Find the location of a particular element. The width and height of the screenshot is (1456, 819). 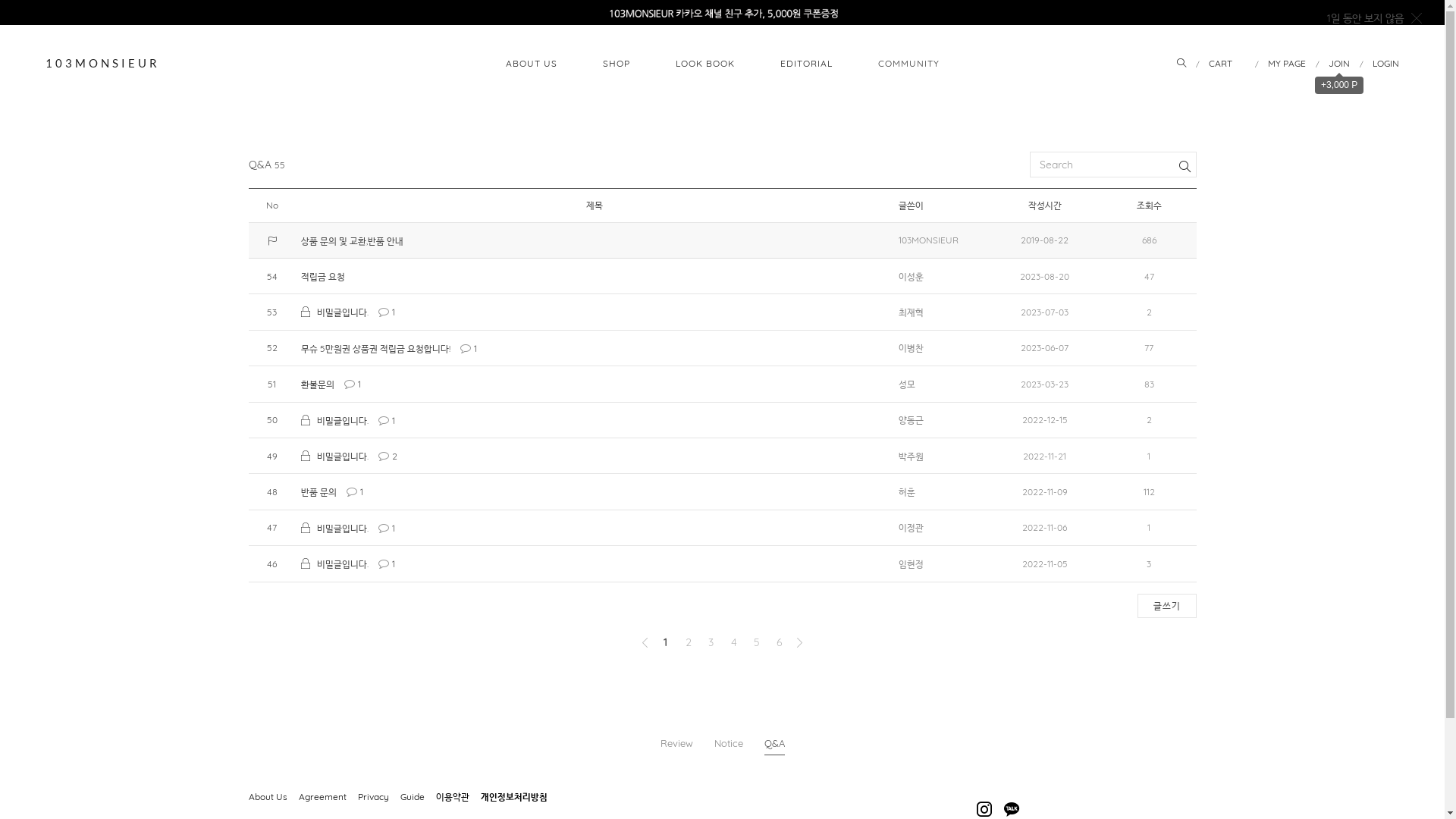

'2' is located at coordinates (679, 642).